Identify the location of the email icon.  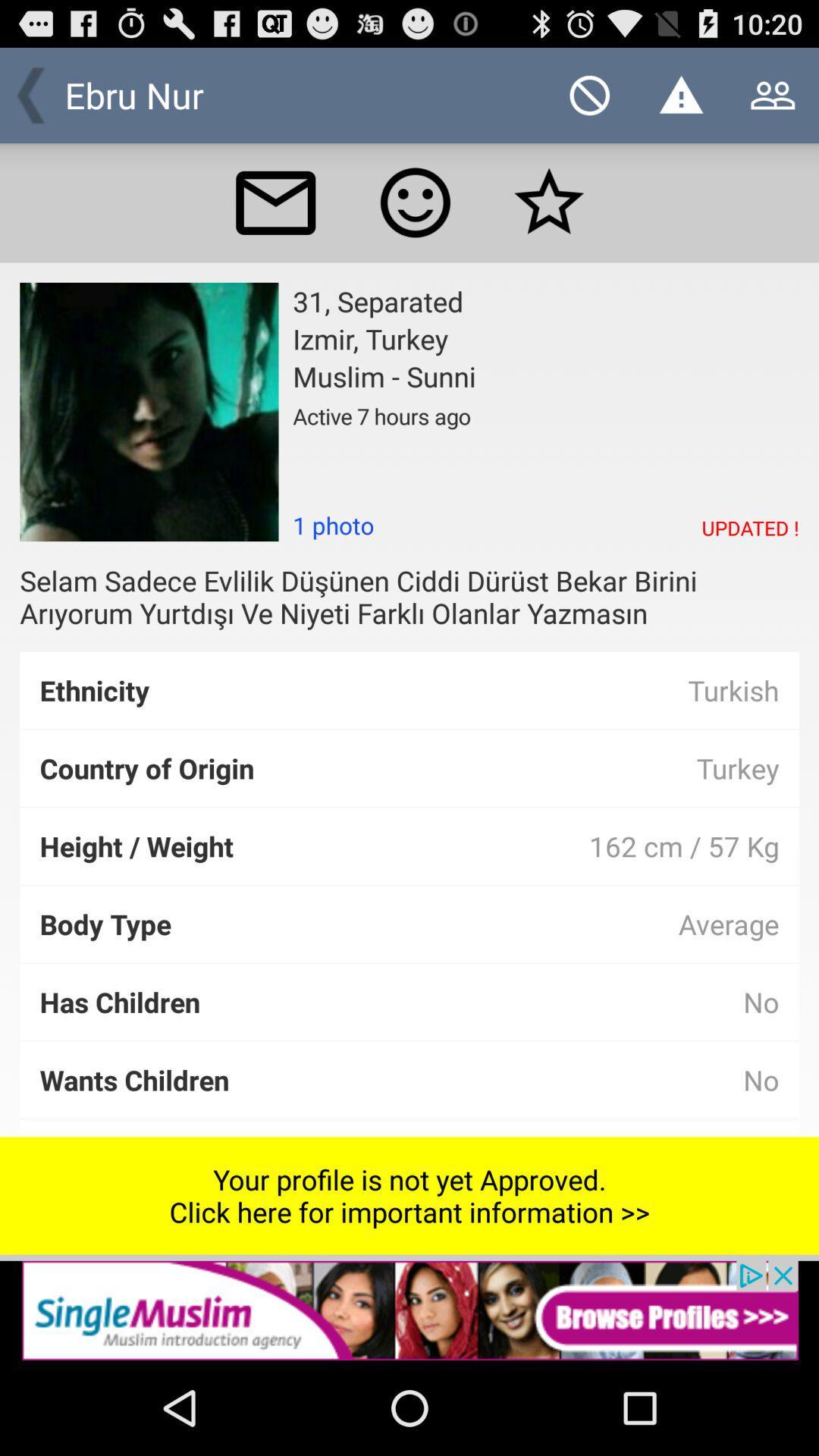
(275, 216).